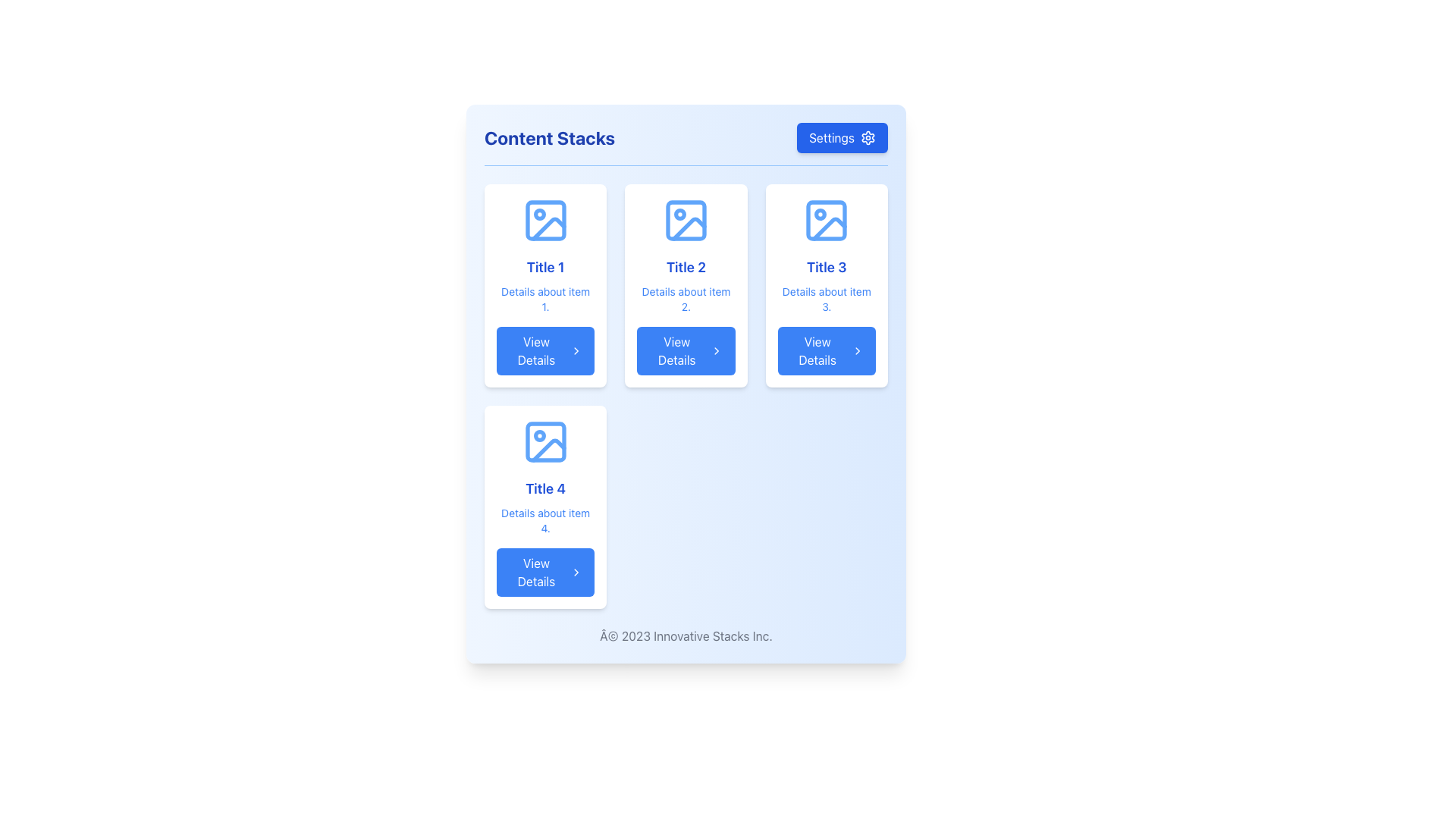  I want to click on the 'View Details' button, which is the third button beneath the 'Content Stacks' section, styled with a blue background and white text, so click(825, 350).